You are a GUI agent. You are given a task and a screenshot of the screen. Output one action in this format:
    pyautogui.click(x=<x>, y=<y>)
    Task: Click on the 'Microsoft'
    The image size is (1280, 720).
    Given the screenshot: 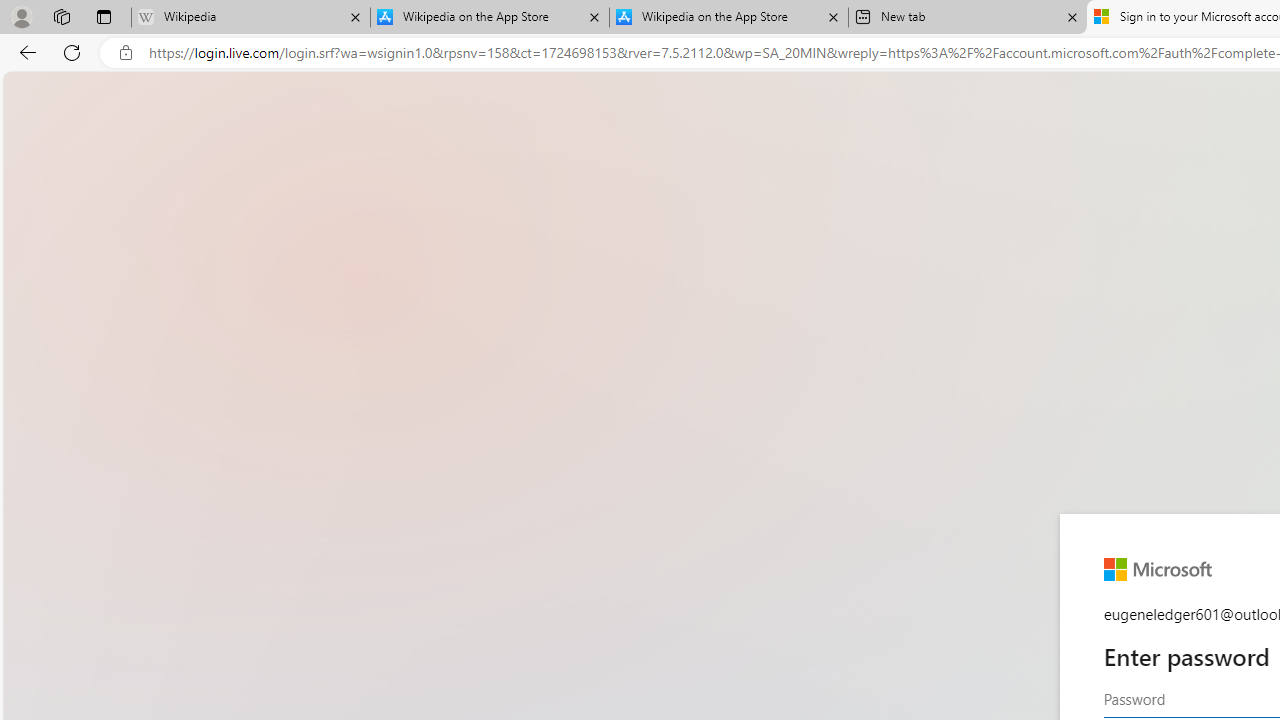 What is the action you would take?
    pyautogui.click(x=1157, y=569)
    